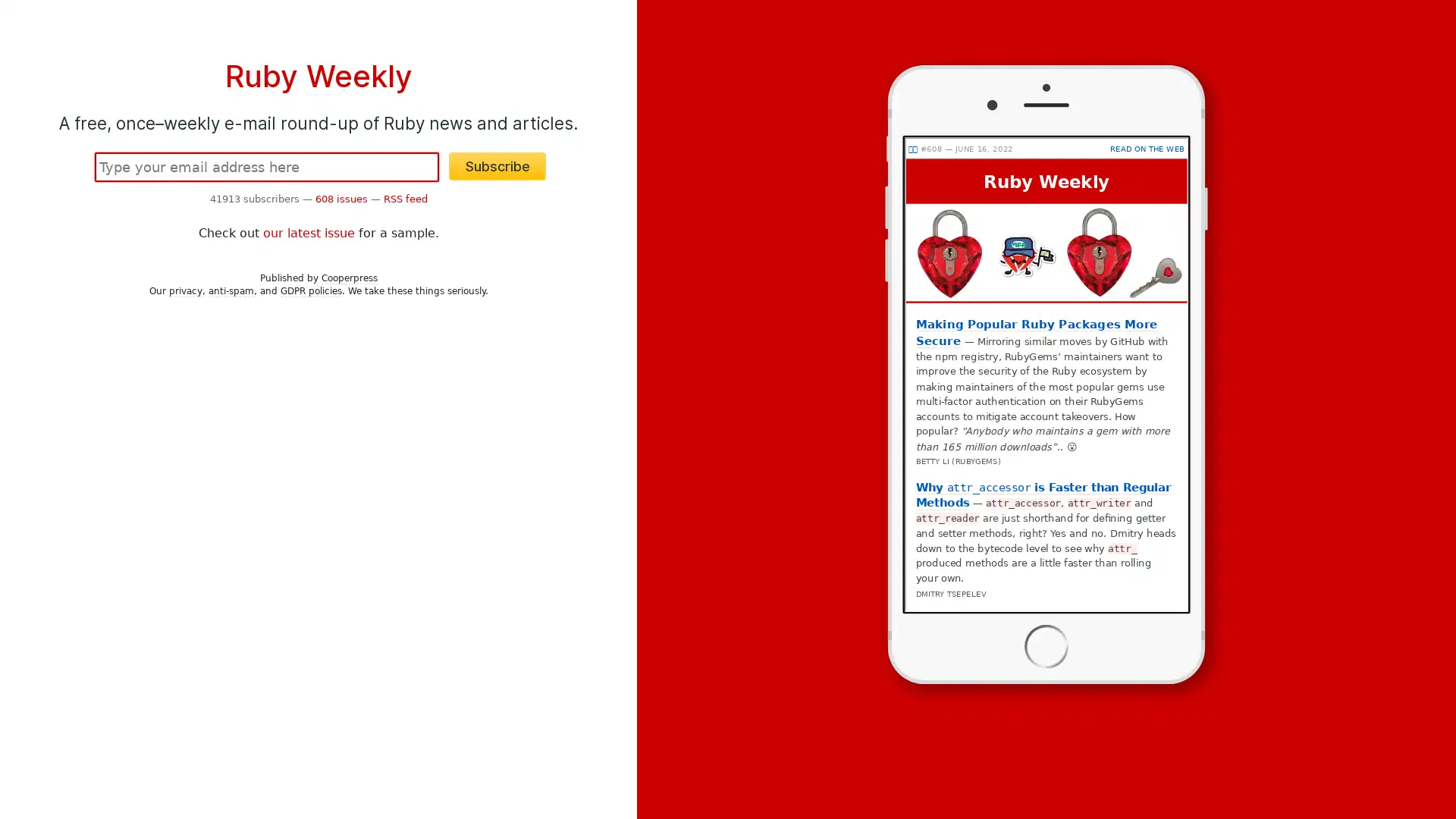  I want to click on Subscribe, so click(497, 166).